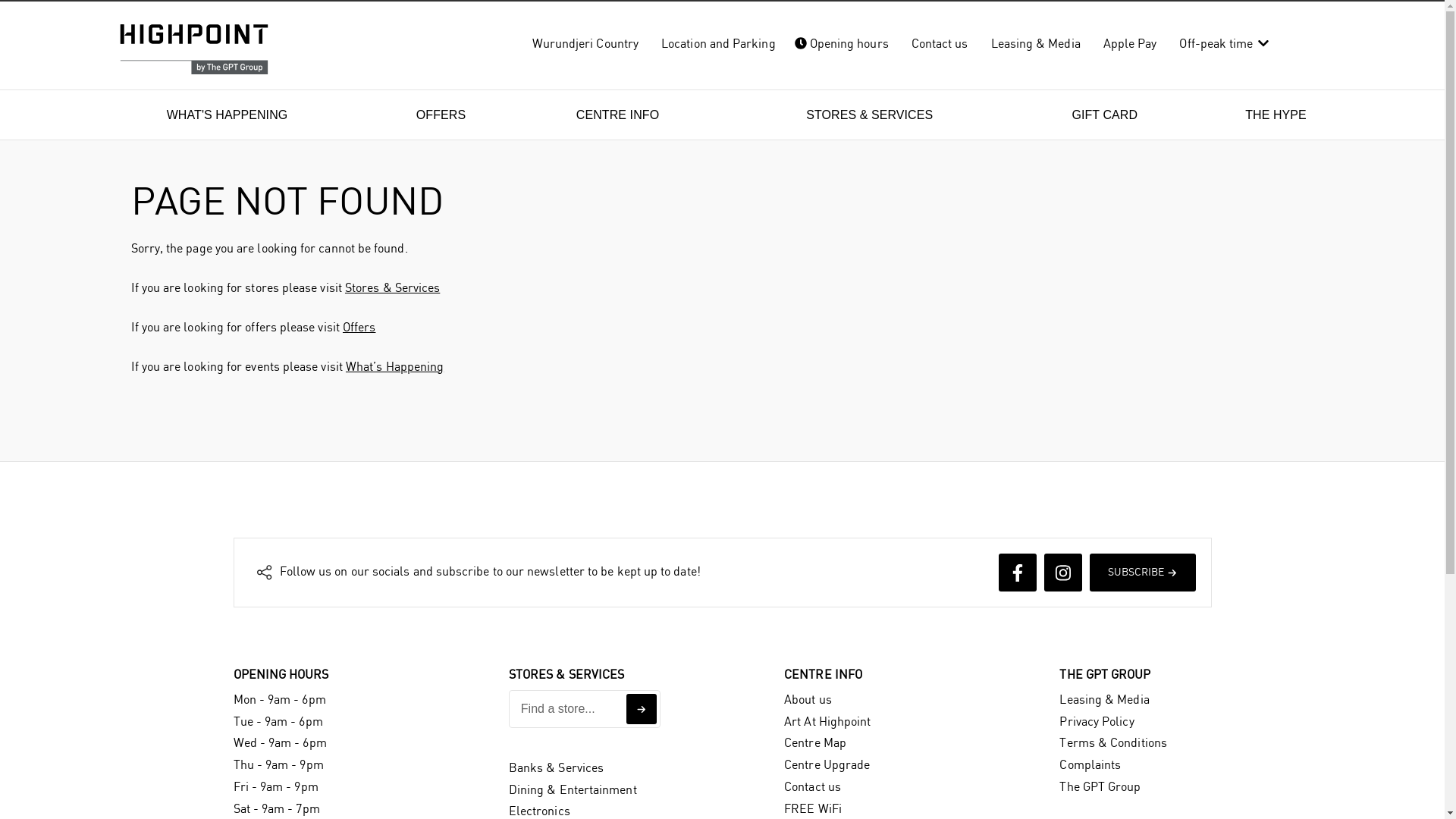 Image resolution: width=1456 pixels, height=819 pixels. Describe the element at coordinates (344, 288) in the screenshot. I see `'Stores & Services'` at that location.